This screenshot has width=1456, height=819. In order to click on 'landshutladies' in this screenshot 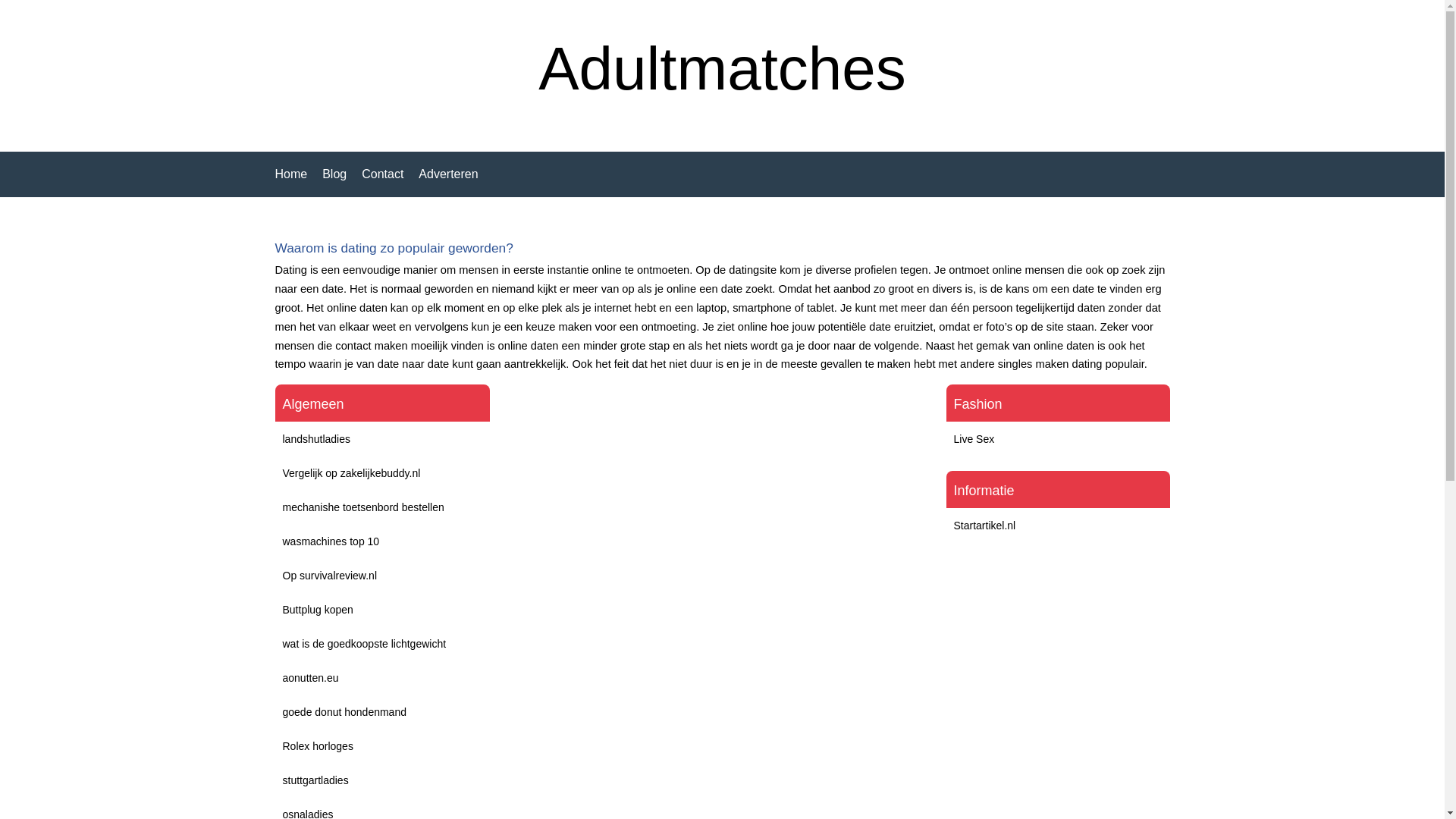, I will do `click(282, 438)`.